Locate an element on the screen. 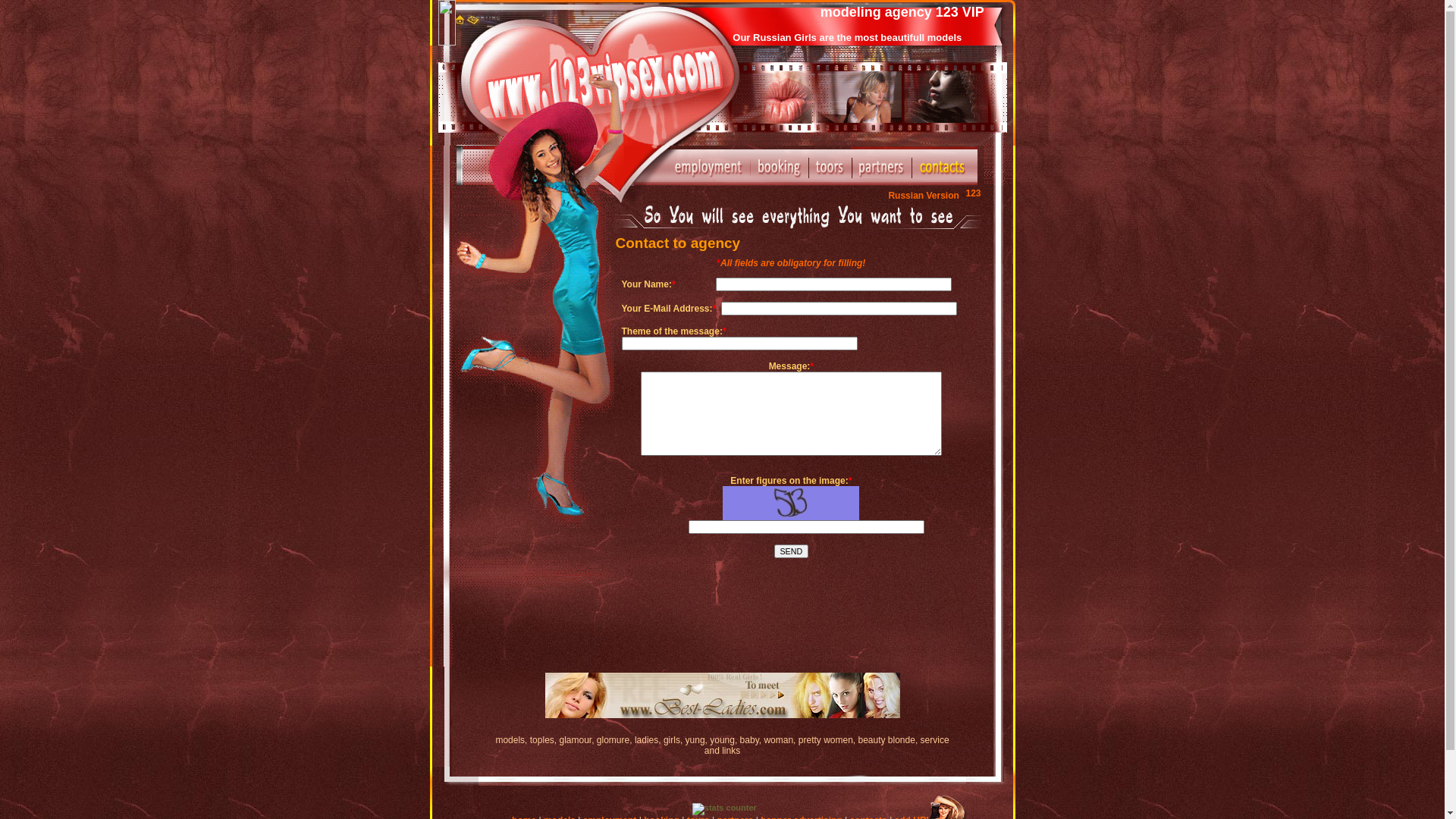 The height and width of the screenshot is (819, 1456). 'Russian Version  ' is located at coordinates (888, 195).